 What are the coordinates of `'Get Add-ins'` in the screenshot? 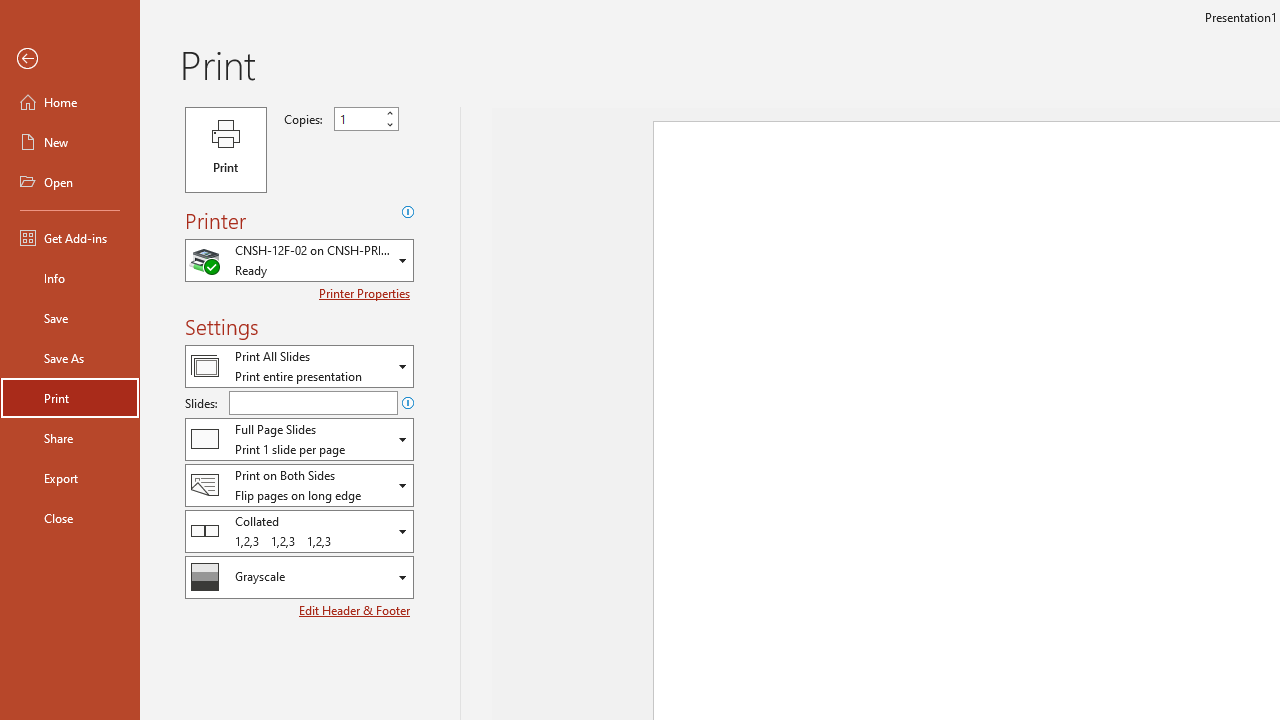 It's located at (69, 236).